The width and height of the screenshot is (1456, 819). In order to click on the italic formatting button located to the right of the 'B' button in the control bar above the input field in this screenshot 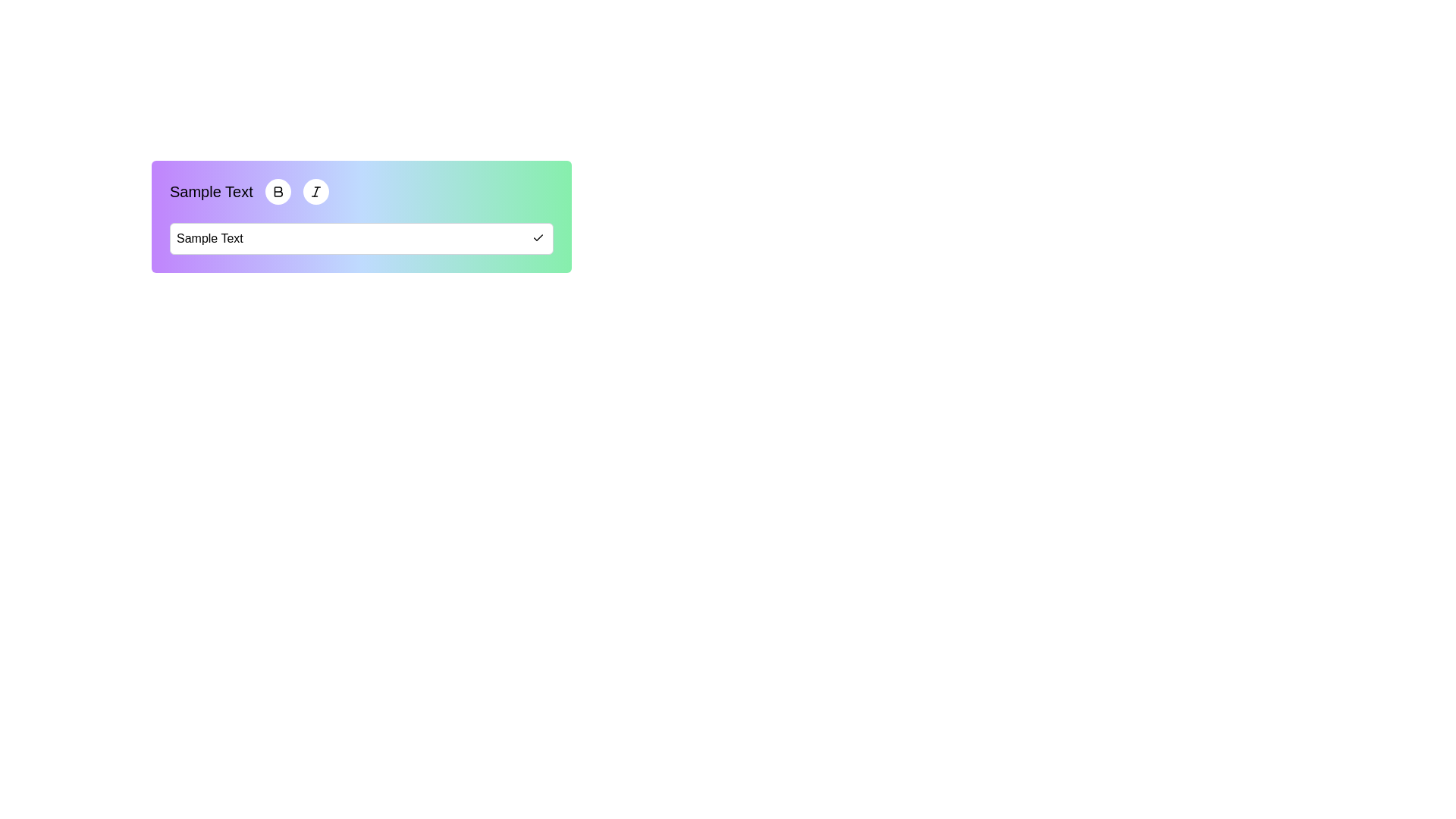, I will do `click(315, 191)`.